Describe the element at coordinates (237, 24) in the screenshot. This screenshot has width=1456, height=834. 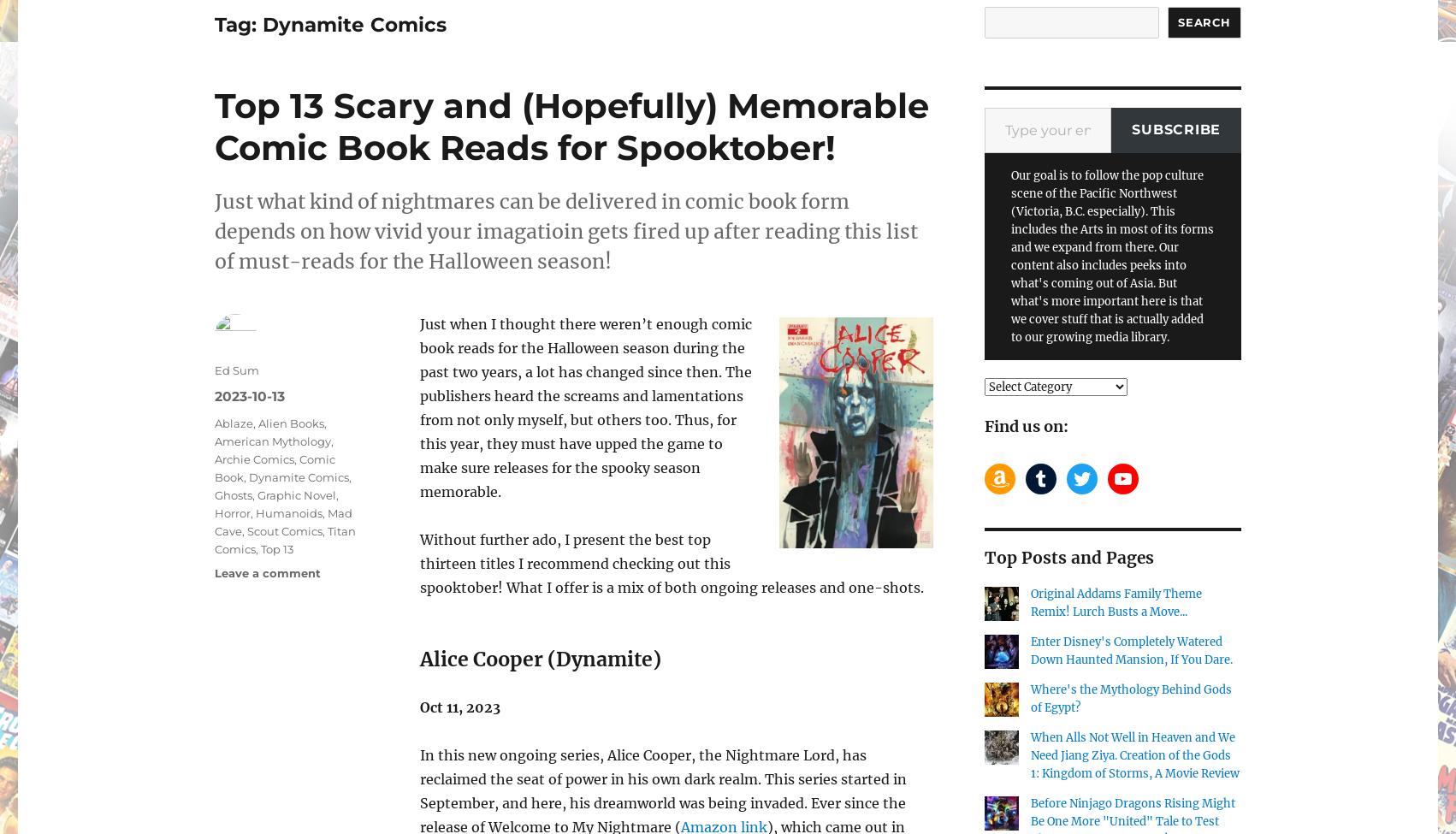
I see `'Tag:'` at that location.